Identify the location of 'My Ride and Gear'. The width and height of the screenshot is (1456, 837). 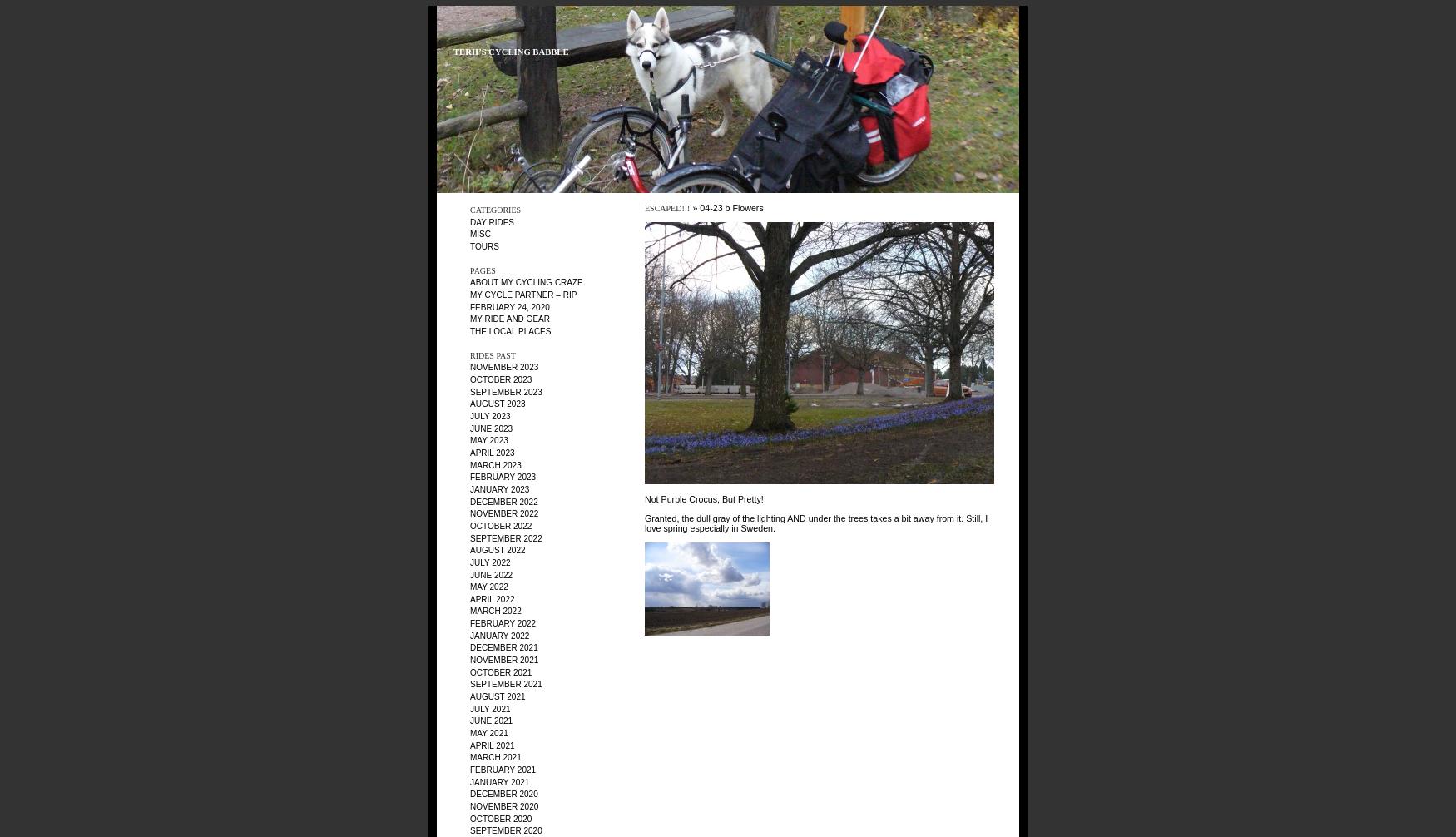
(470, 318).